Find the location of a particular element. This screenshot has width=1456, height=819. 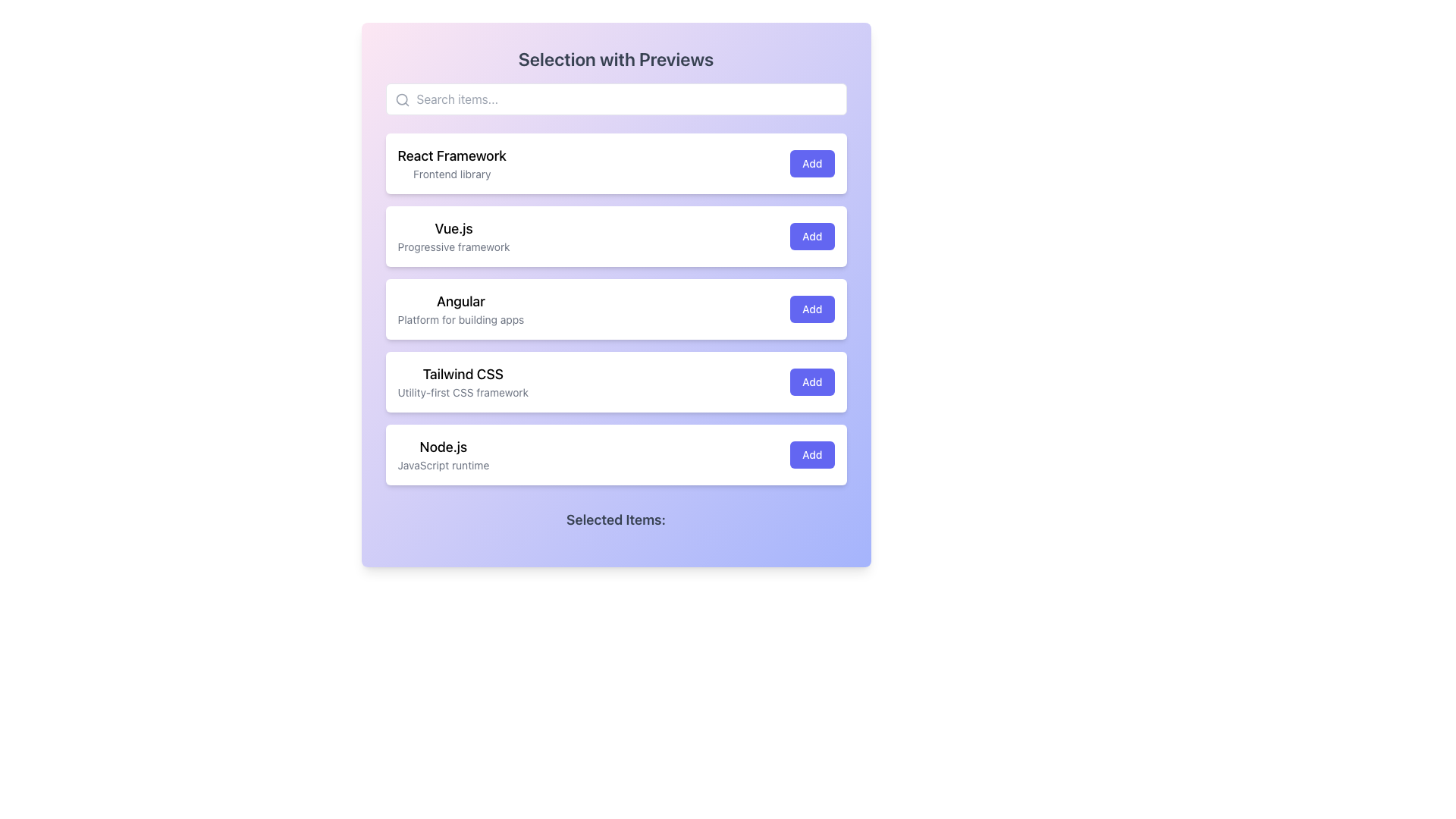

the informational listing for the Vue.js framework, which is styled as a text grouping within a card layout and is located in the second row beneath 'React Framework' and above 'Angular' is located at coordinates (453, 237).